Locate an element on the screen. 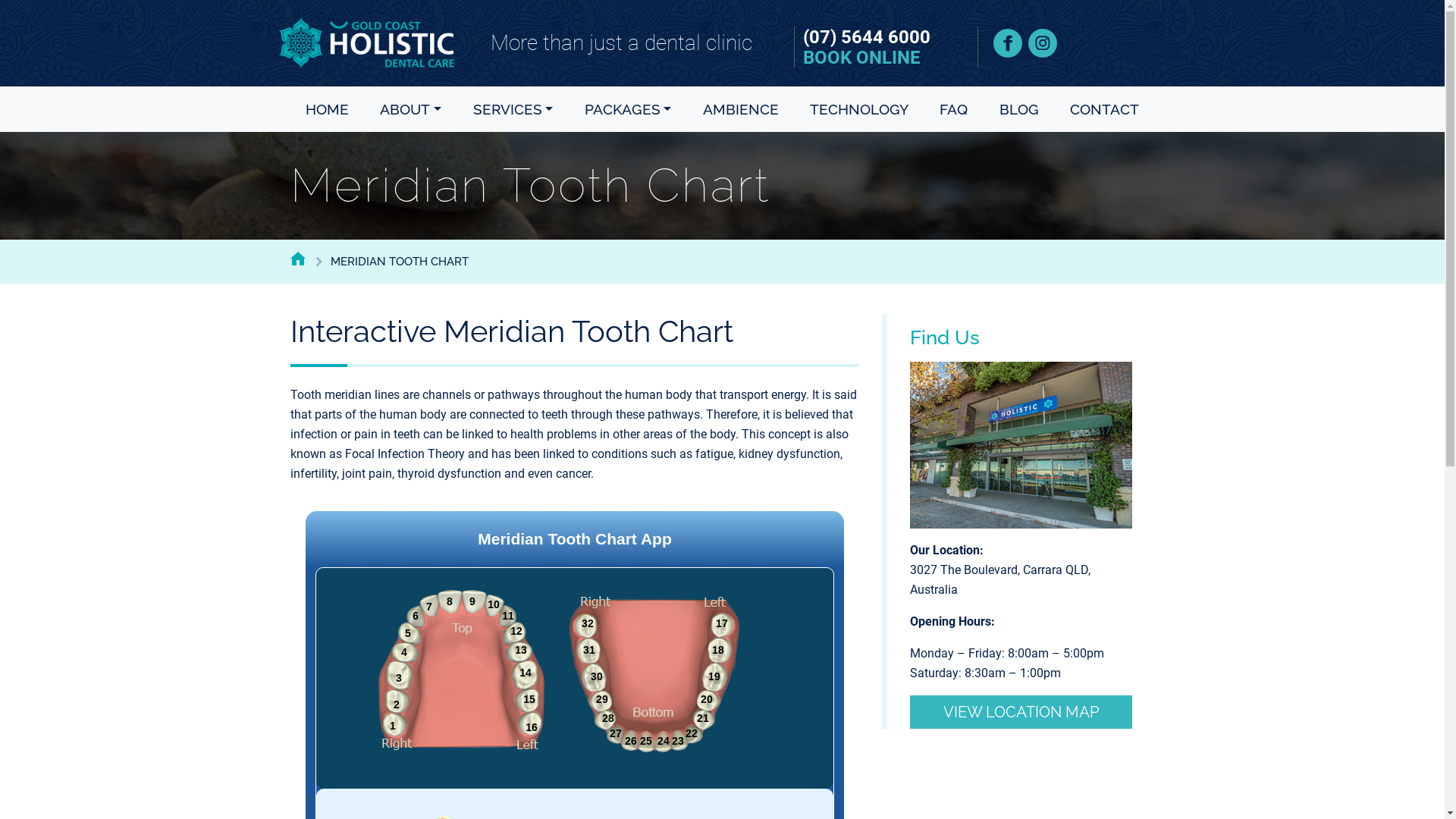 This screenshot has width=1456, height=819. 'PACKAGES' is located at coordinates (578, 108).